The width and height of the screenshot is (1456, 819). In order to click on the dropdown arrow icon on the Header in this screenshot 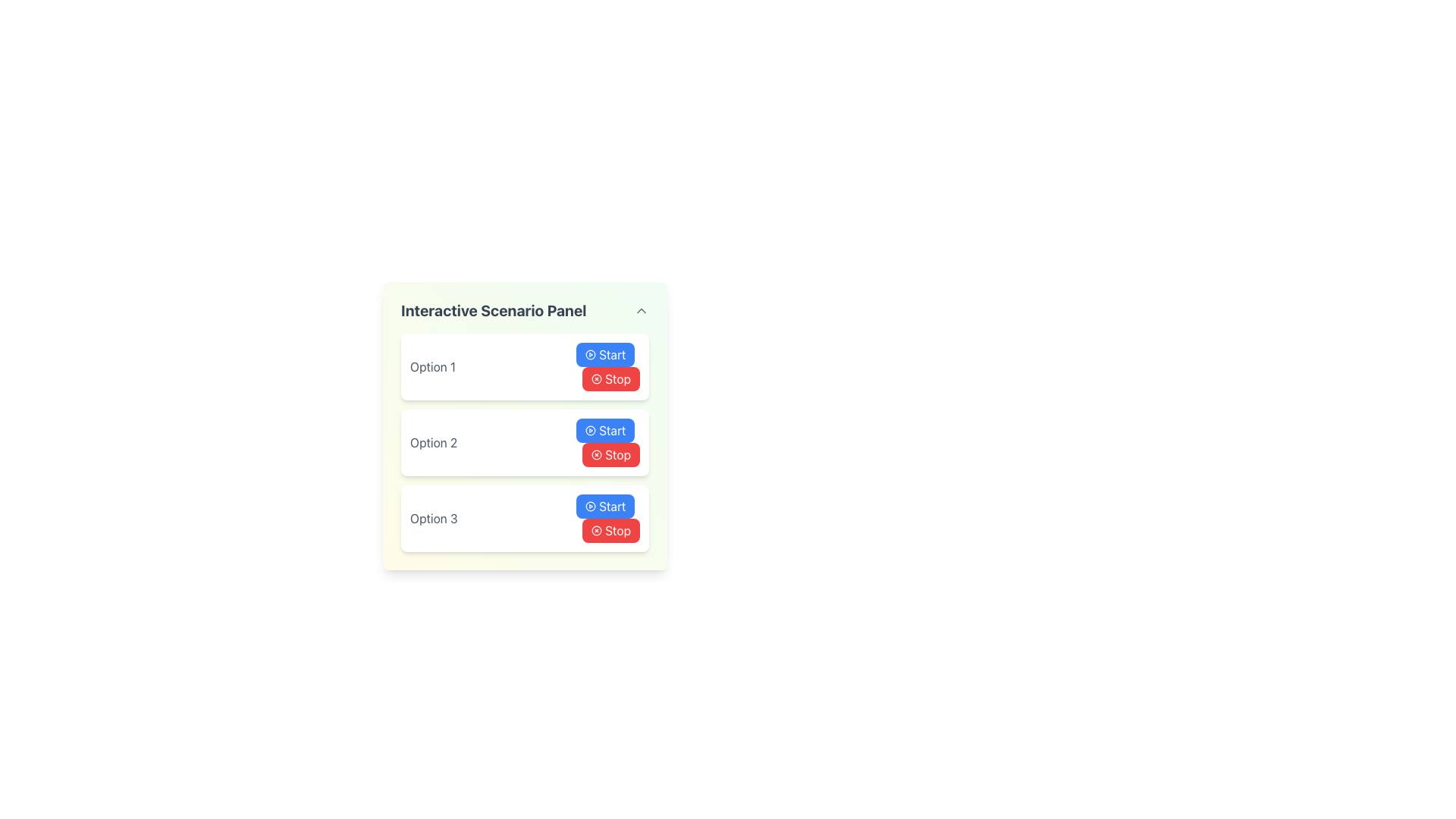, I will do `click(525, 309)`.